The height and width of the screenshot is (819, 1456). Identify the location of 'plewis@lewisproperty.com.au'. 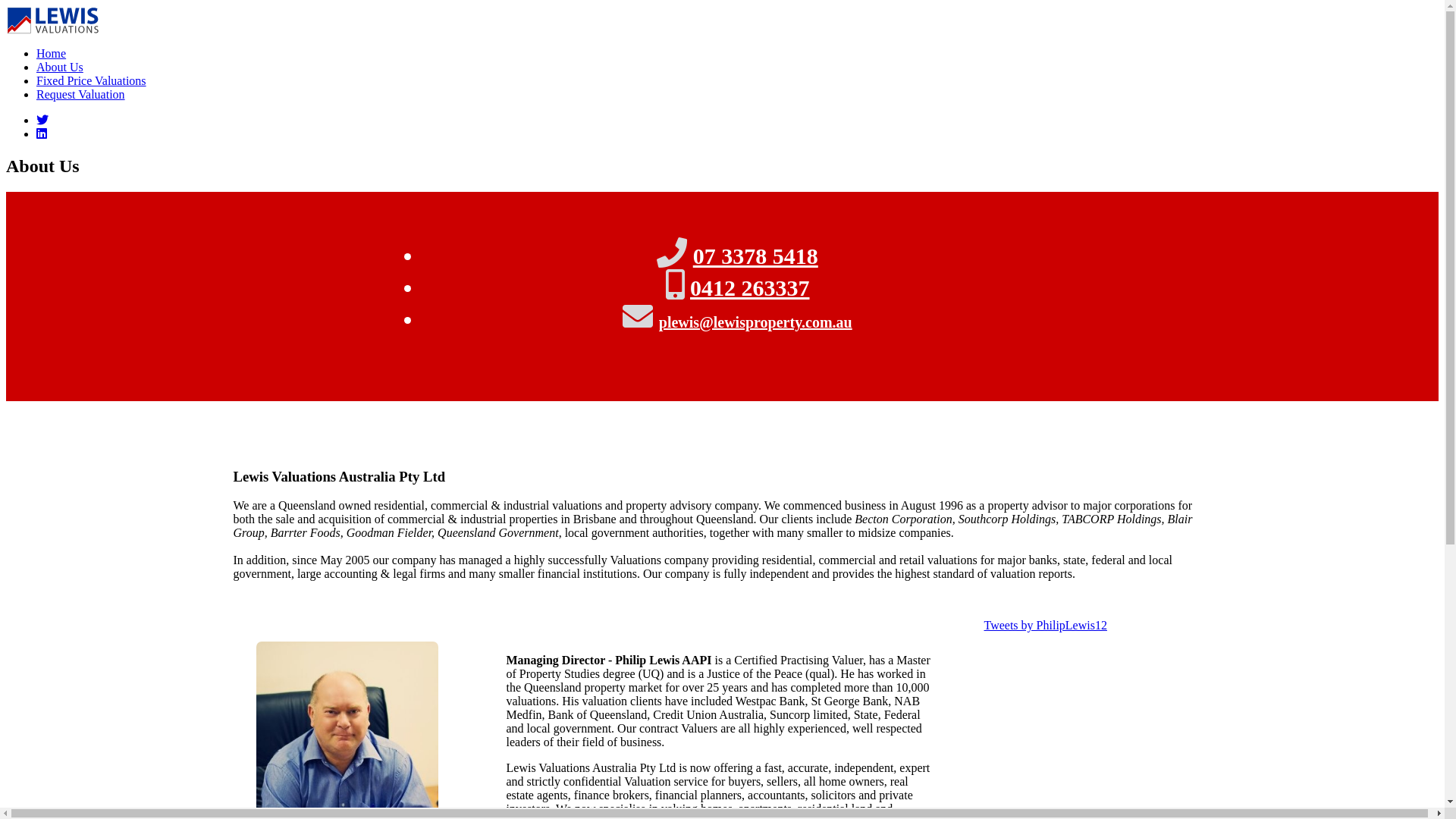
(755, 321).